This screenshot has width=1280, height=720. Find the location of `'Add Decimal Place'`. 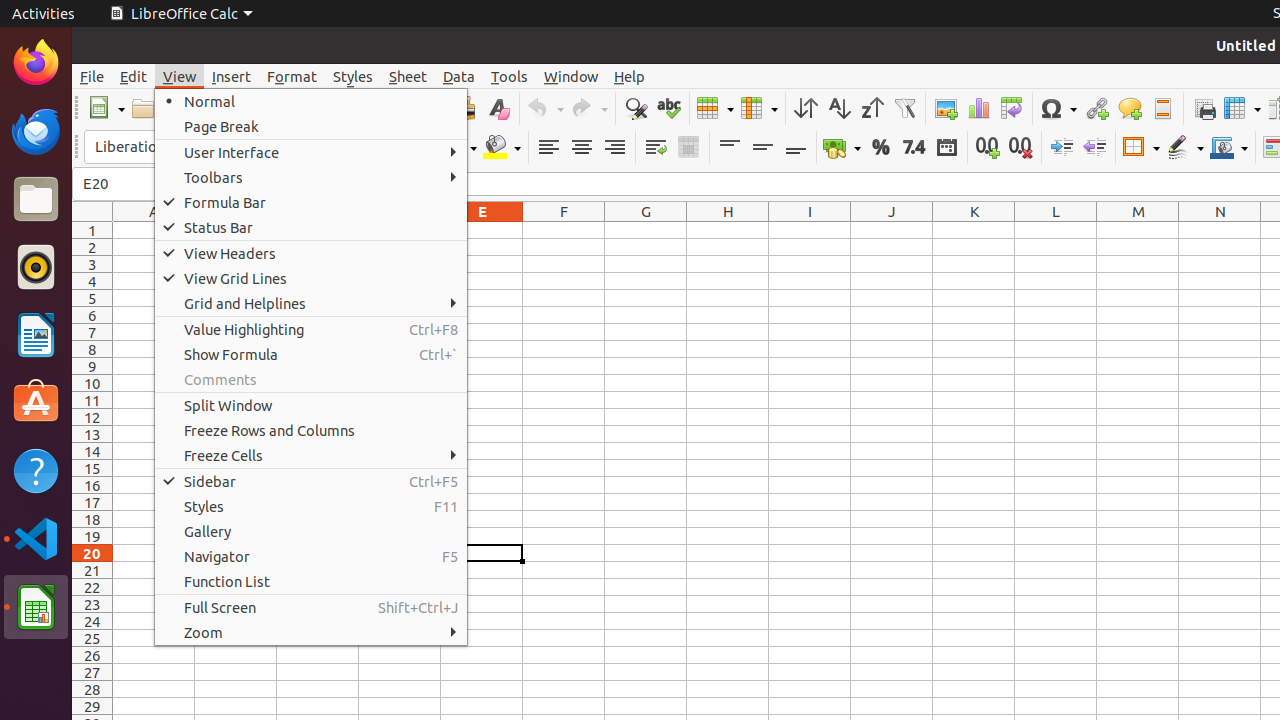

'Add Decimal Place' is located at coordinates (987, 146).